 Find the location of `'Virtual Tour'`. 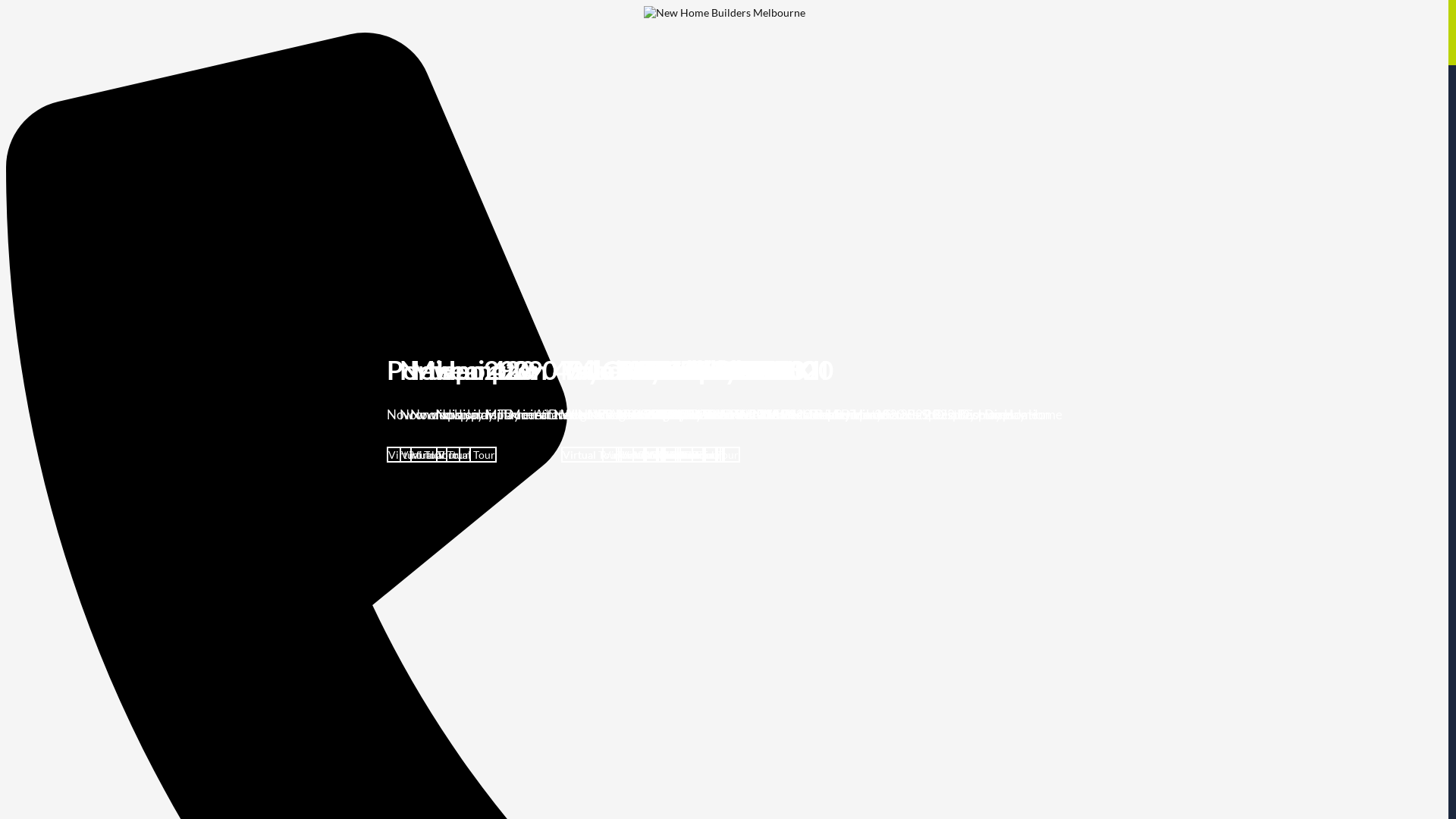

'Virtual Tour' is located at coordinates (644, 453).